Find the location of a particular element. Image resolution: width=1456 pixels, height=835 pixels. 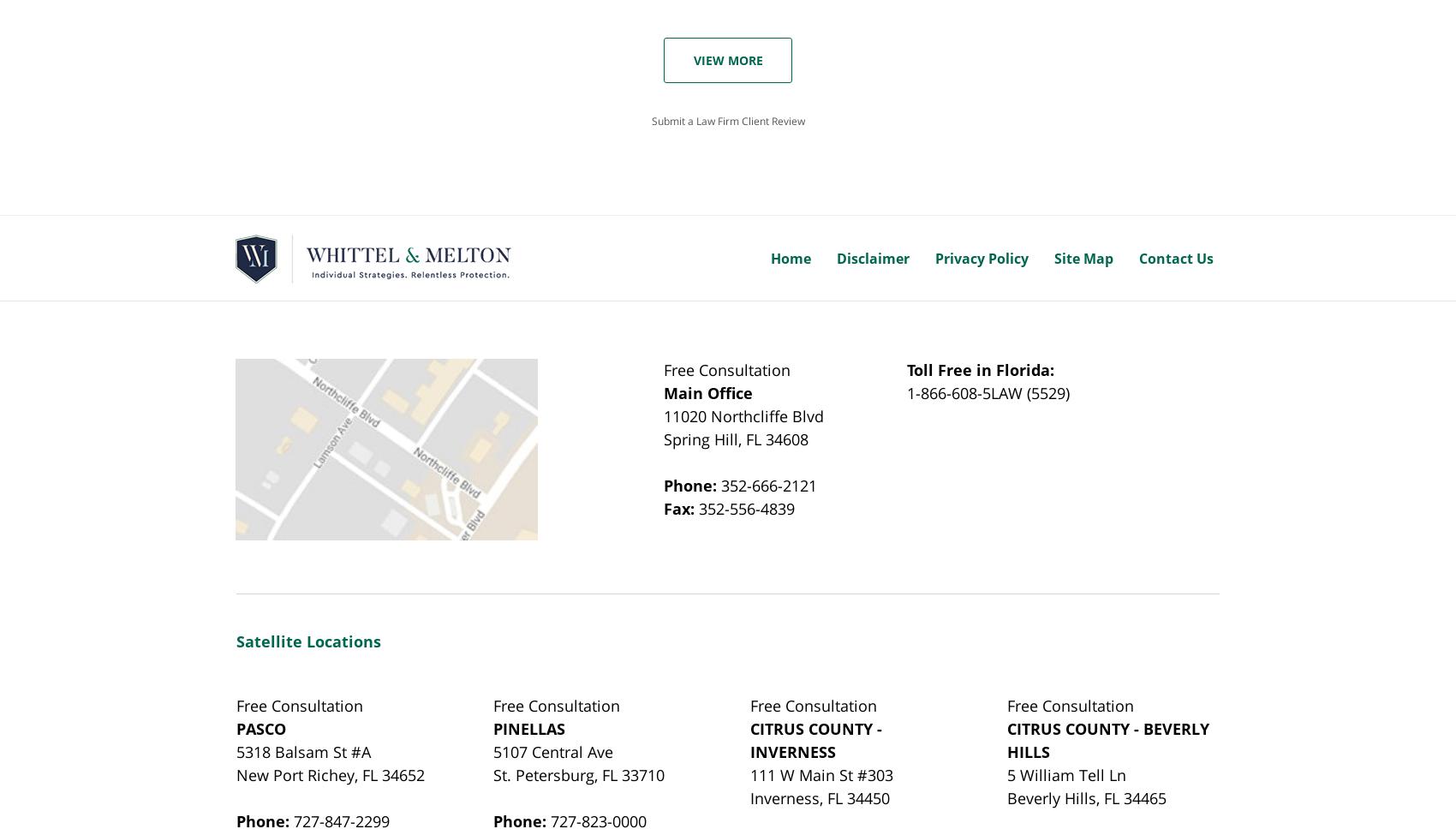

'Contact Us' is located at coordinates (1176, 257).